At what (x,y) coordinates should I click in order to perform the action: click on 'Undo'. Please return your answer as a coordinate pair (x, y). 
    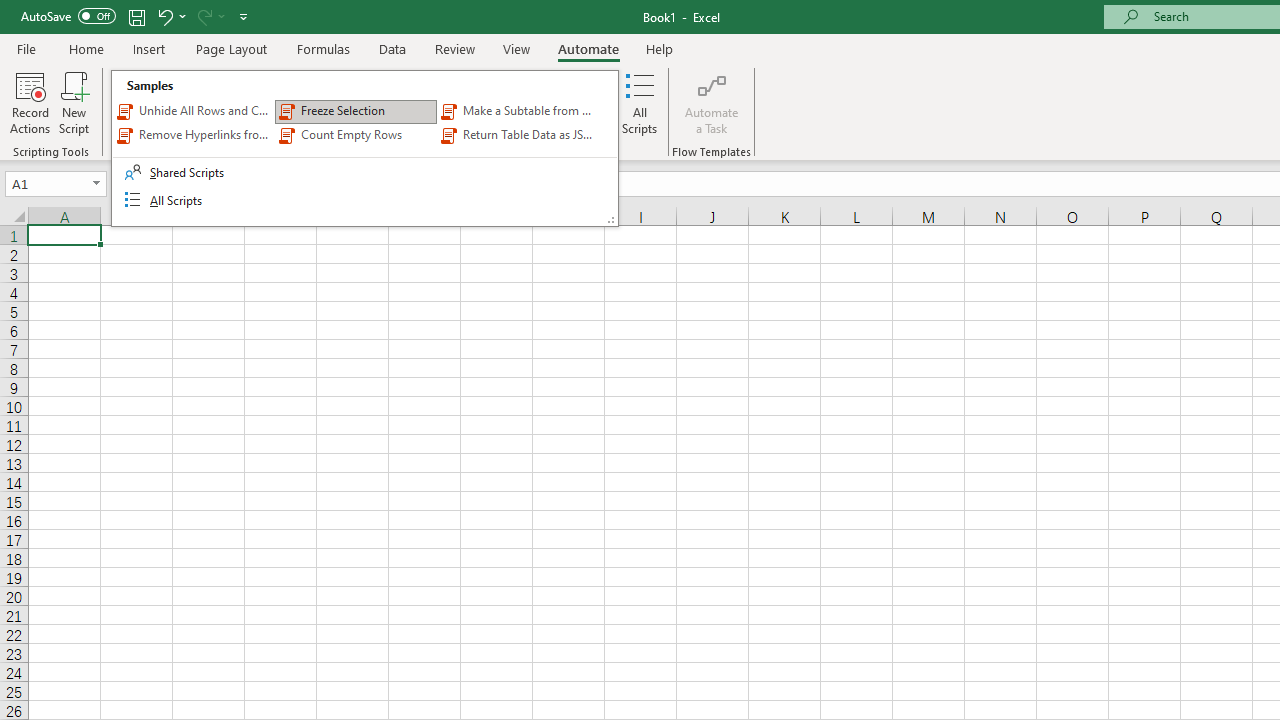
    Looking at the image, I should click on (170, 16).